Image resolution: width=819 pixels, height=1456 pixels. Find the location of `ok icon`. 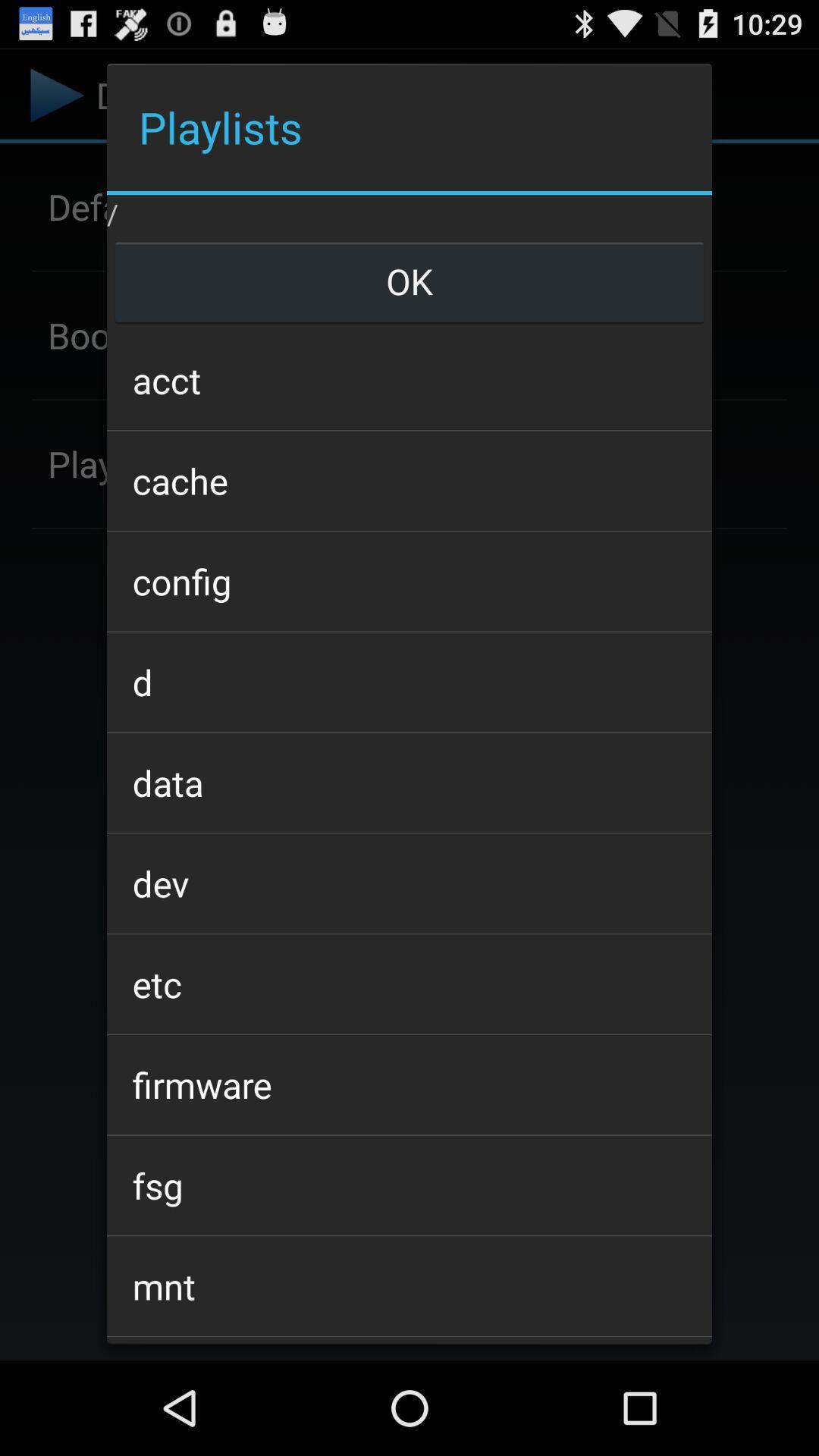

ok icon is located at coordinates (409, 281).